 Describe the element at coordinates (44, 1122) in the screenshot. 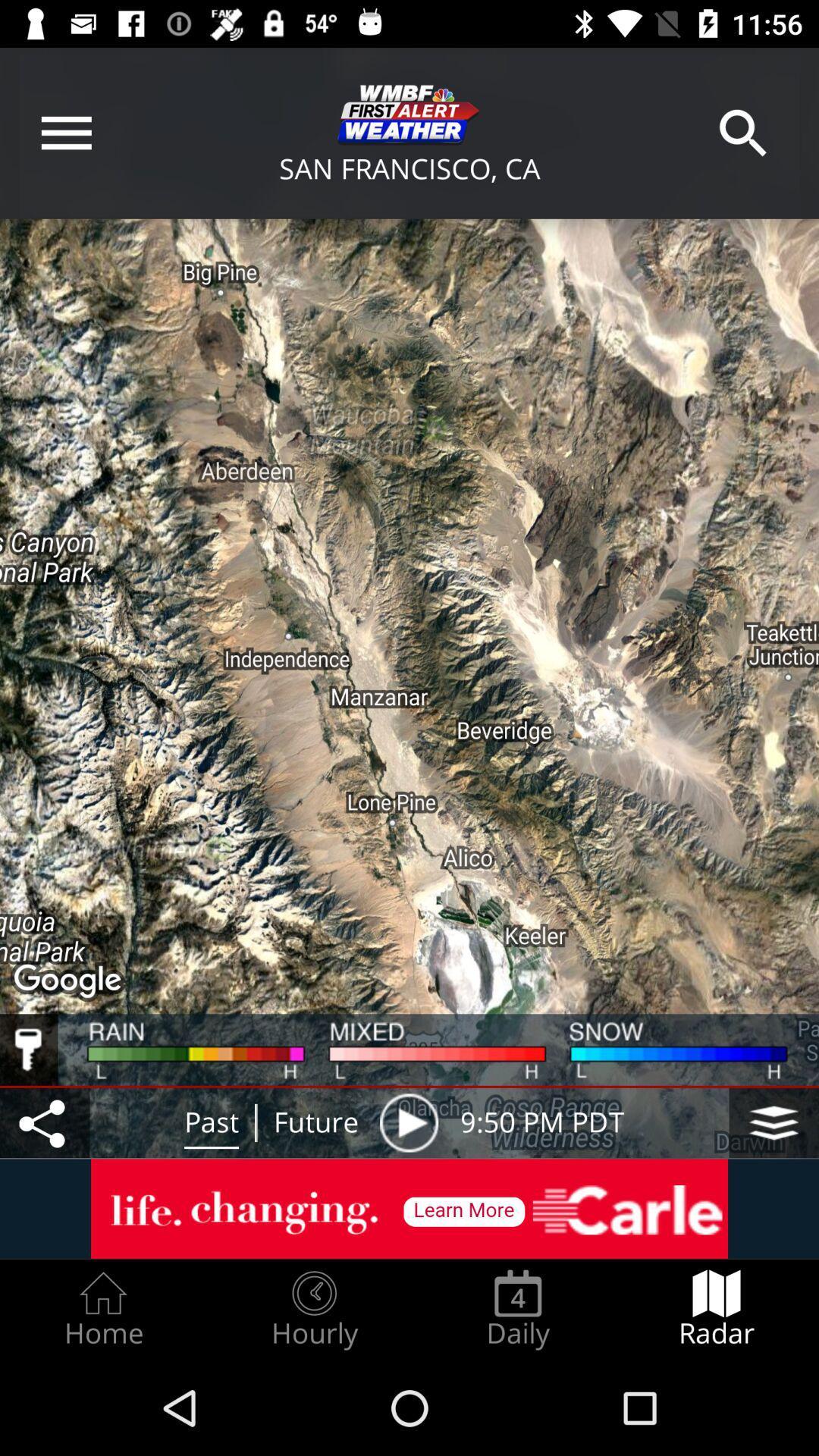

I see `the share icon` at that location.